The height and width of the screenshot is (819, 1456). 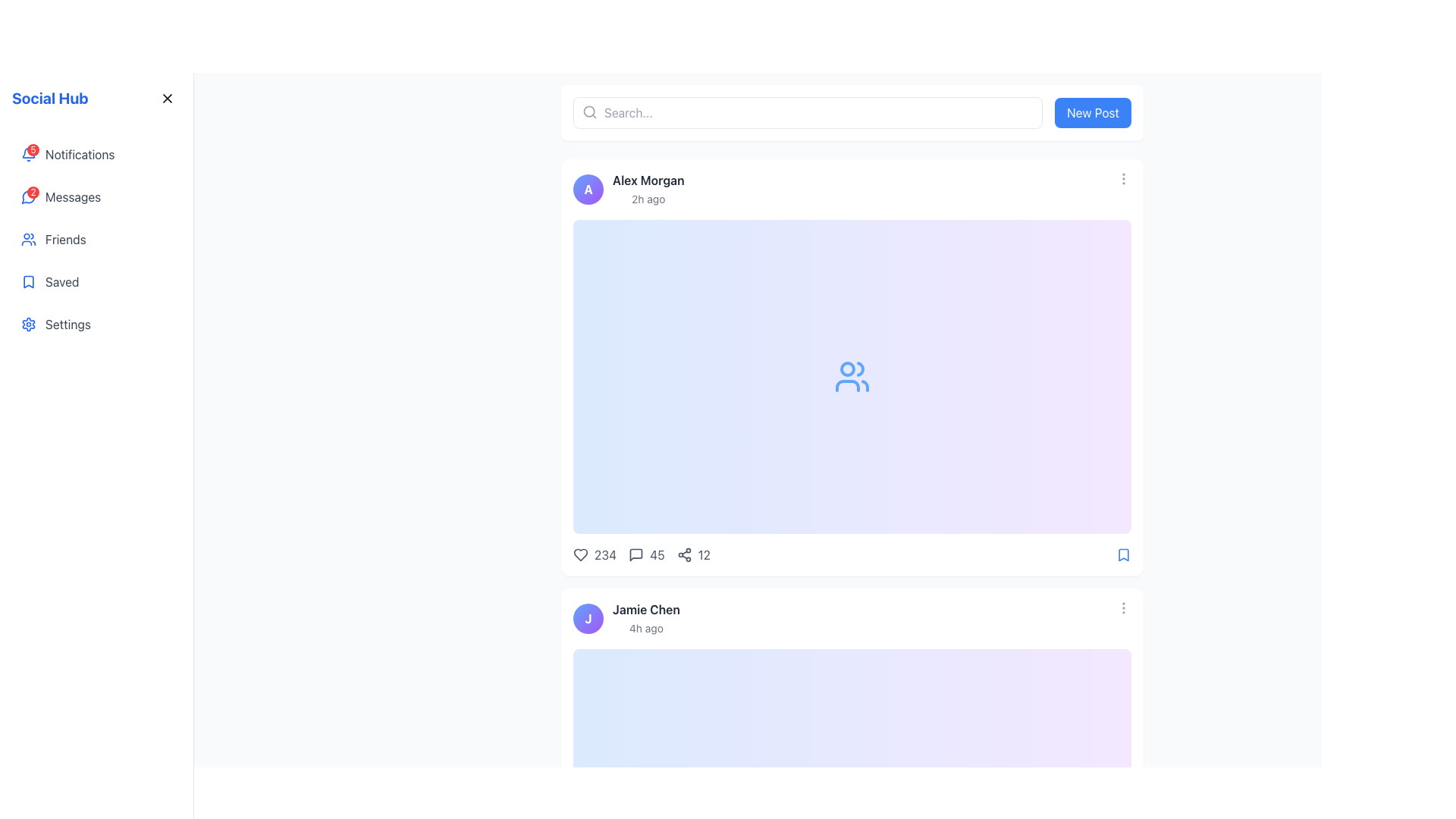 What do you see at coordinates (96, 239) in the screenshot?
I see `the vertical menu list located on the left-hand side of the interface under the 'Social Hub' side panel for additional options` at bounding box center [96, 239].